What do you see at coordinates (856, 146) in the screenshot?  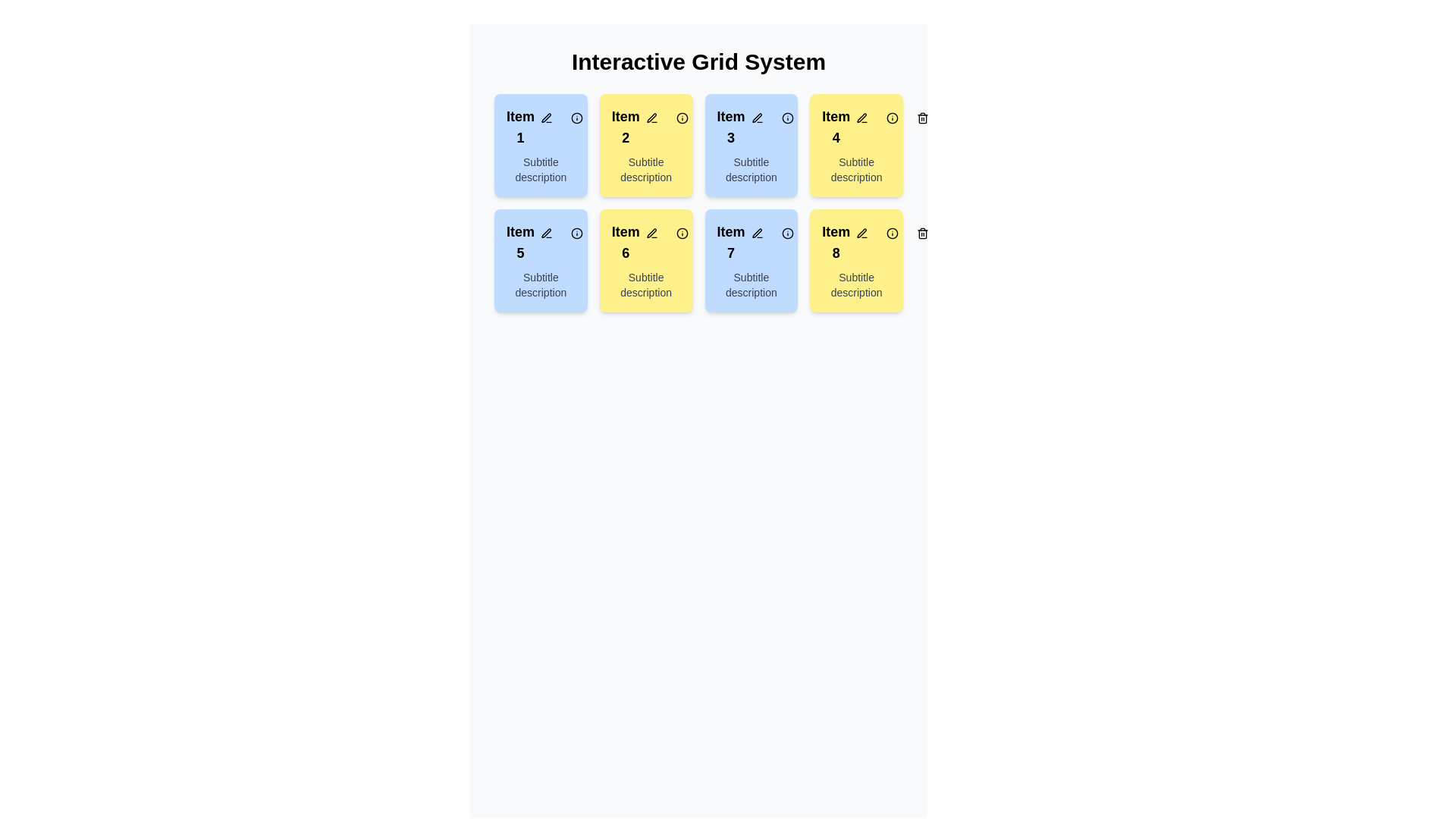 I see `the Card element located in the first row, fourth column of the grid layout, which contains textual and iconographic information` at bounding box center [856, 146].